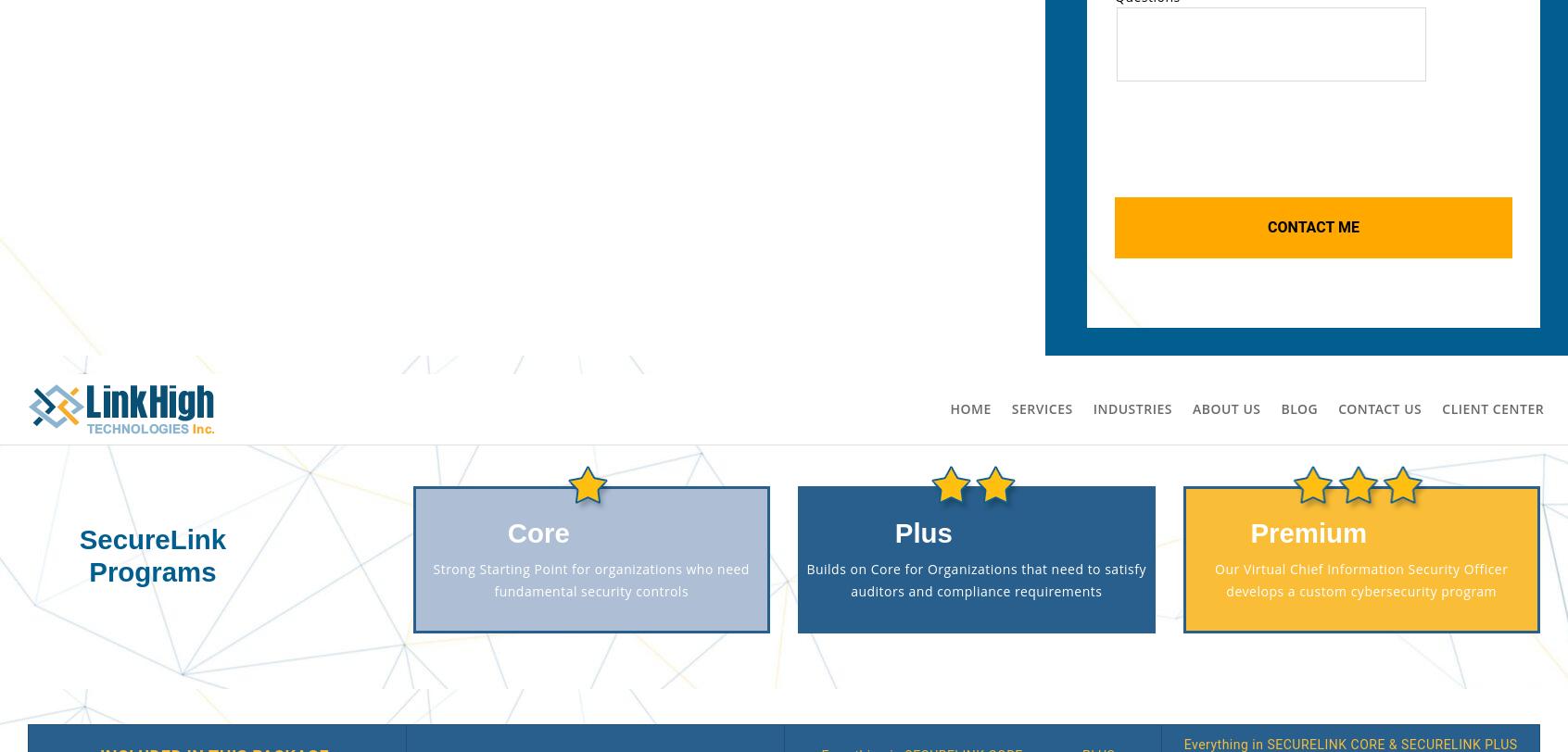 This screenshot has height=752, width=1568. Describe the element at coordinates (269, 296) in the screenshot. I see `'VULNERABILITY MANAGEMENT'` at that location.